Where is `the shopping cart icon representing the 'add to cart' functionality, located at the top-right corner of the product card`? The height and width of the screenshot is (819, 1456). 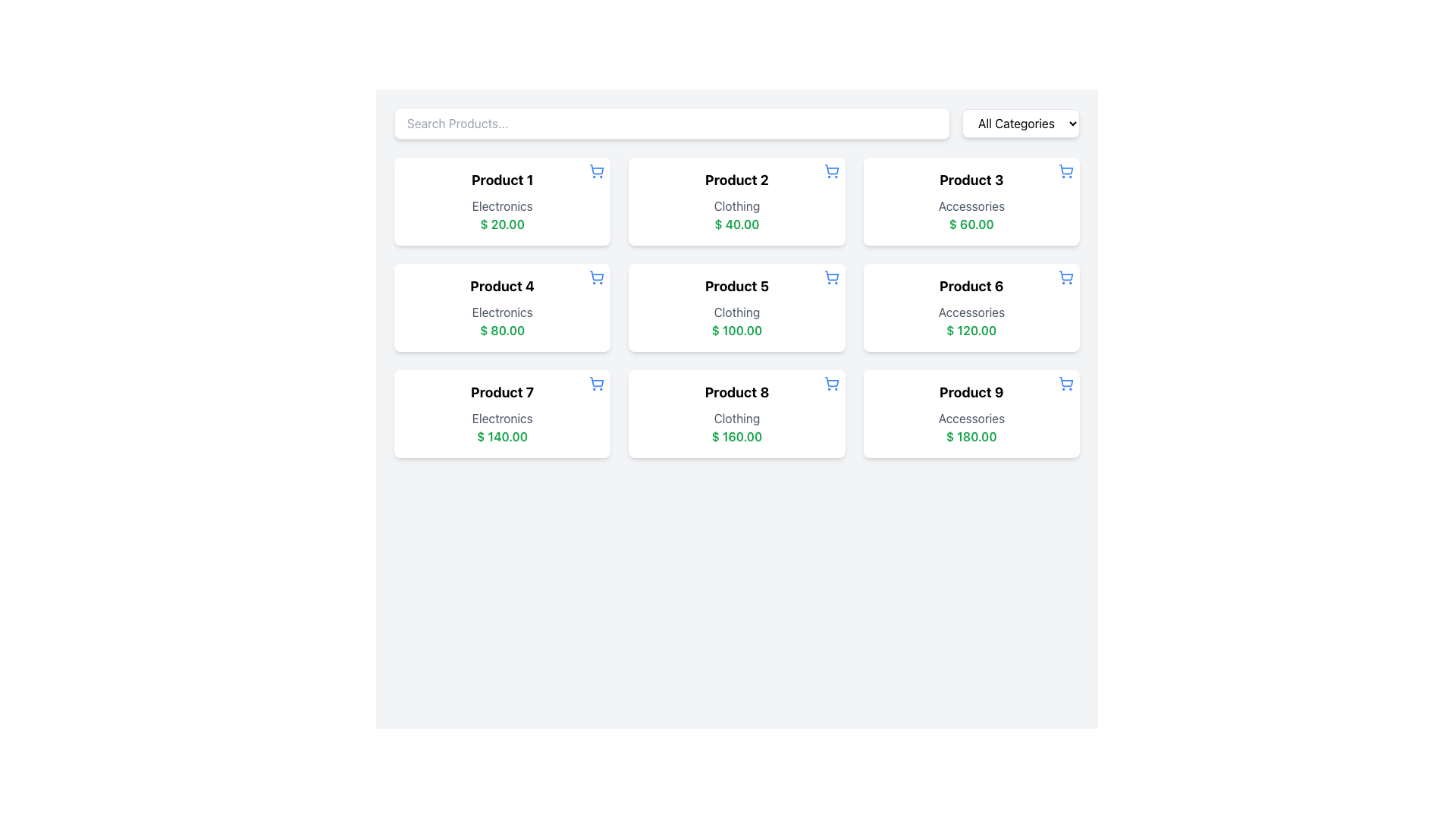
the shopping cart icon representing the 'add to cart' functionality, located at the top-right corner of the product card is located at coordinates (596, 381).